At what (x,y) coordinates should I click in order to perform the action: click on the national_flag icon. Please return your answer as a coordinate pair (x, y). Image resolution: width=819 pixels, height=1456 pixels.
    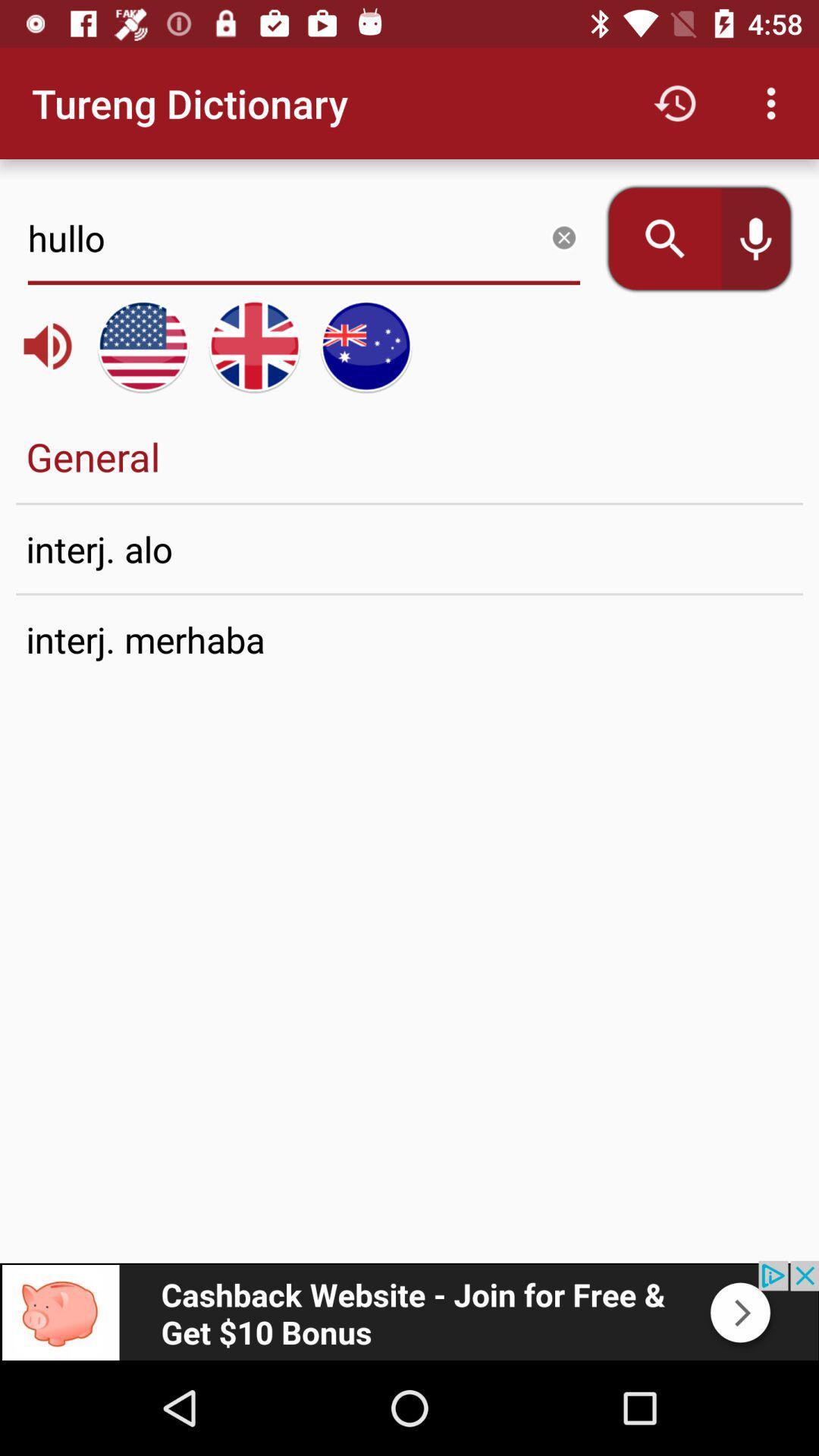
    Looking at the image, I should click on (253, 345).